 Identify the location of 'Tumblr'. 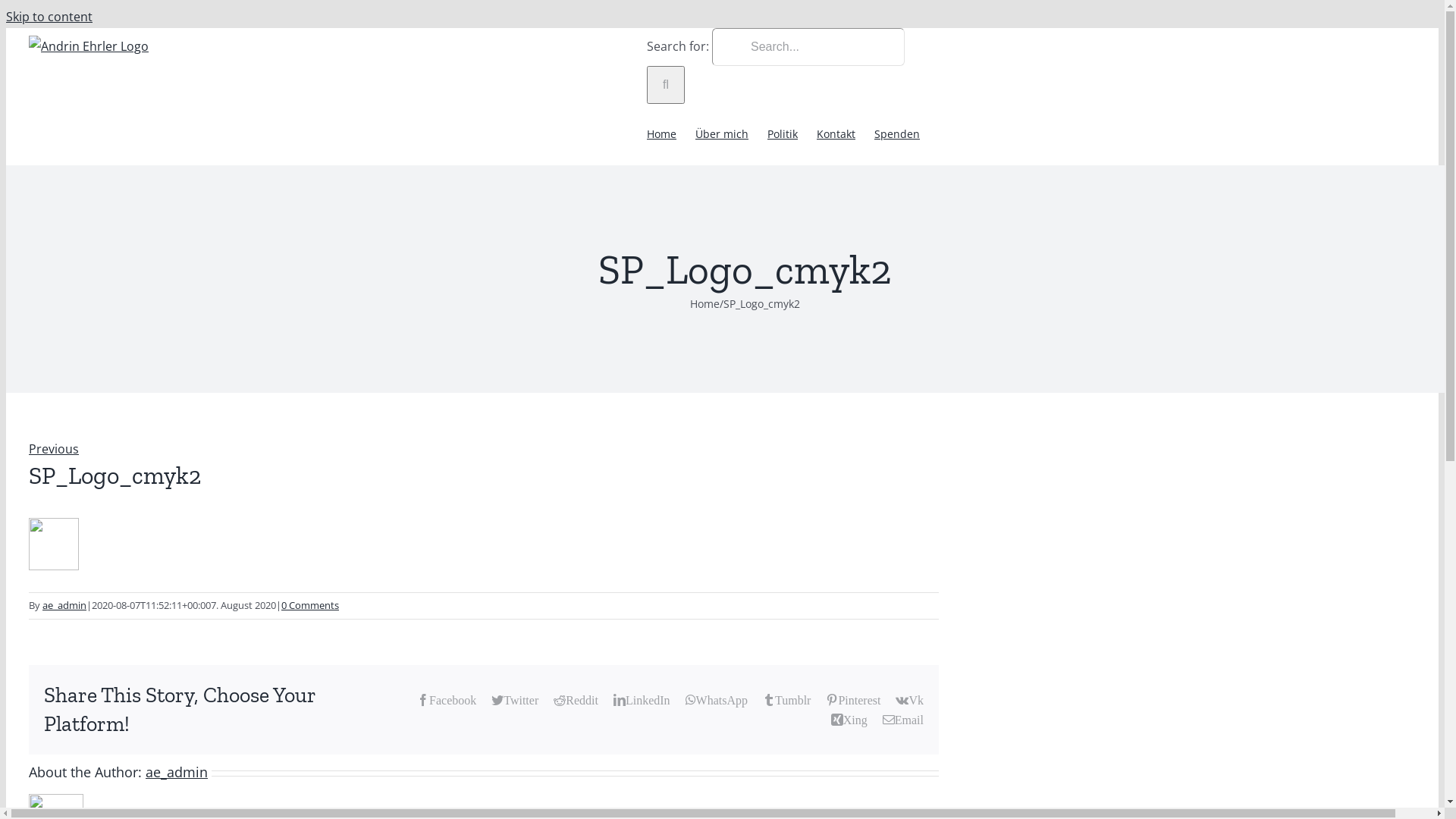
(786, 699).